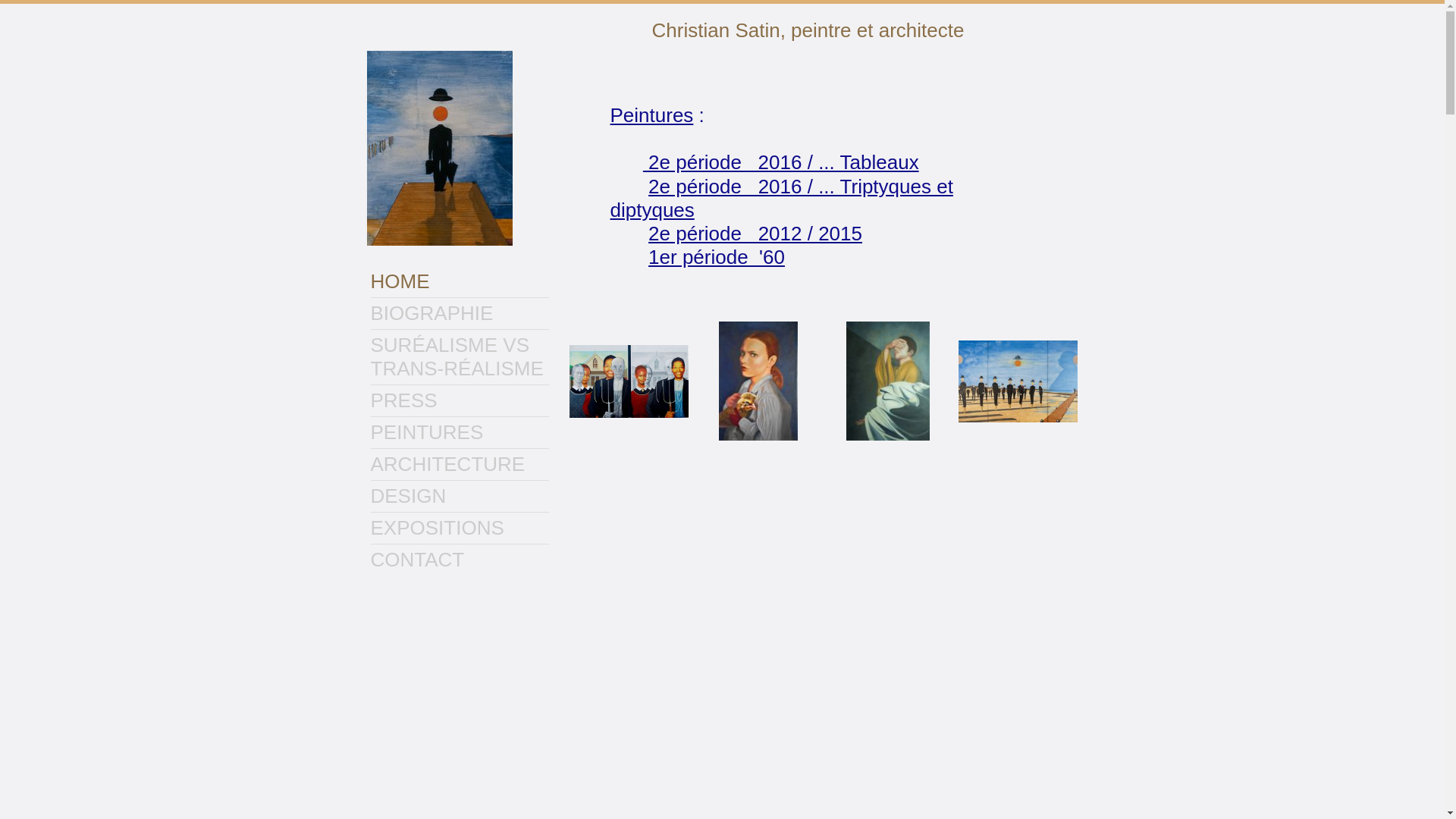 The height and width of the screenshot is (819, 1456). I want to click on 'PEINTURES', so click(458, 432).